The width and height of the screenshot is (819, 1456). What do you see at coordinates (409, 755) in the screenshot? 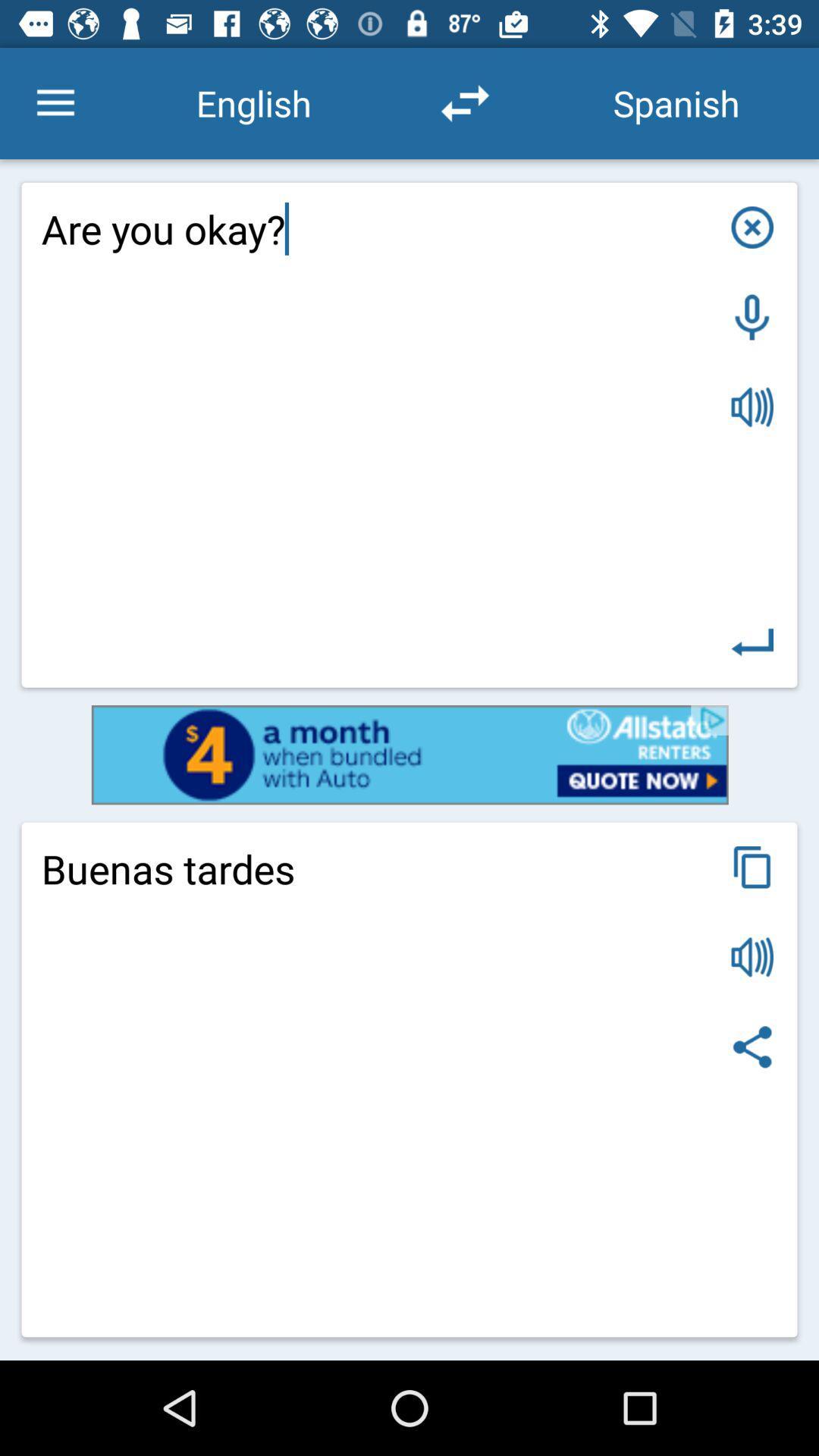
I see `advertisement` at bounding box center [409, 755].